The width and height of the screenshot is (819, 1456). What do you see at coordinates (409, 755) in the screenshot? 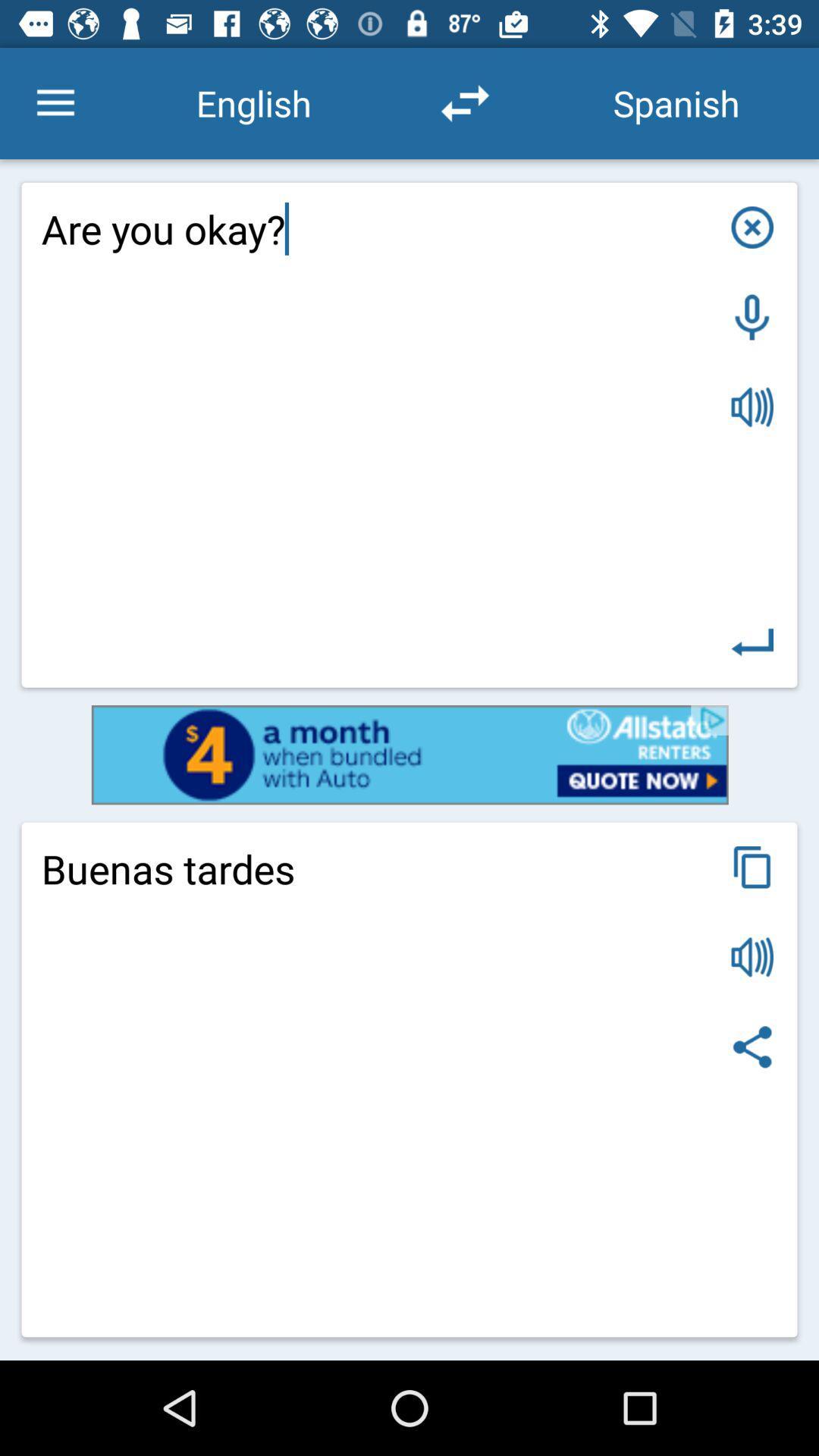
I see `advertisement` at bounding box center [409, 755].